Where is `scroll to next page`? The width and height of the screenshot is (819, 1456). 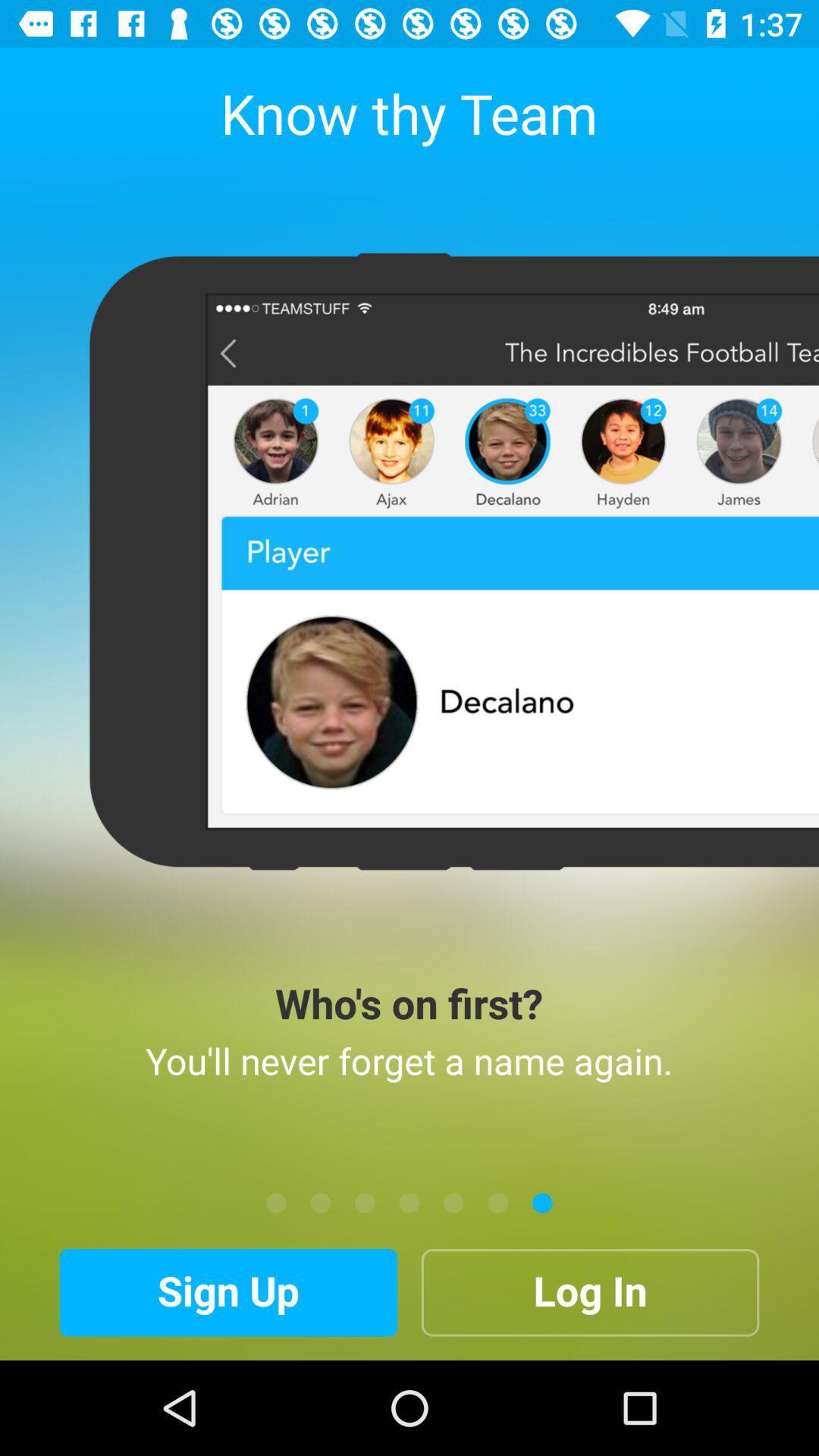
scroll to next page is located at coordinates (497, 1202).